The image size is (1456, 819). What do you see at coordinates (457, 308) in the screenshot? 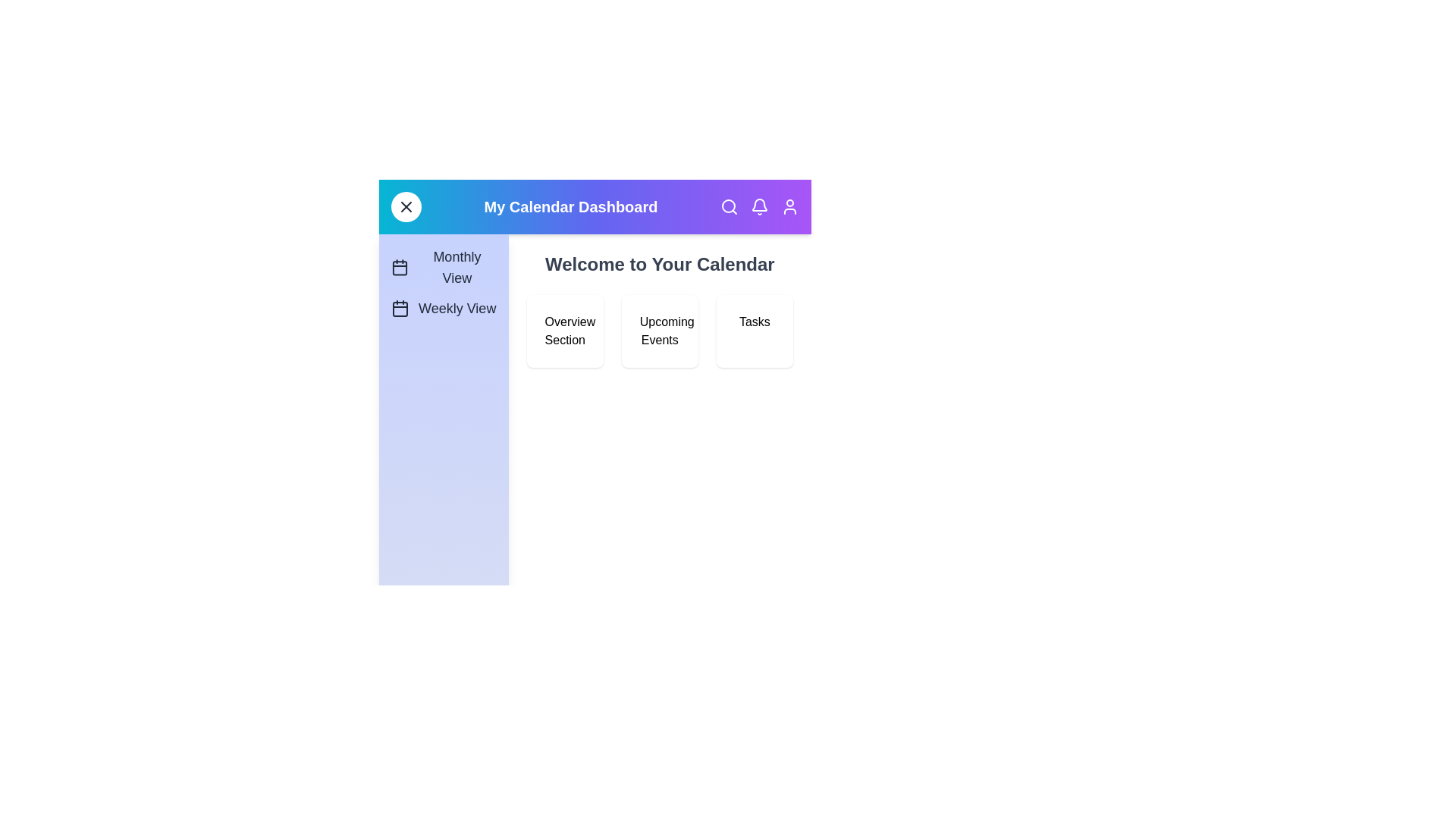
I see `the Text label in the second position of the vertical navigation menu on the left` at bounding box center [457, 308].